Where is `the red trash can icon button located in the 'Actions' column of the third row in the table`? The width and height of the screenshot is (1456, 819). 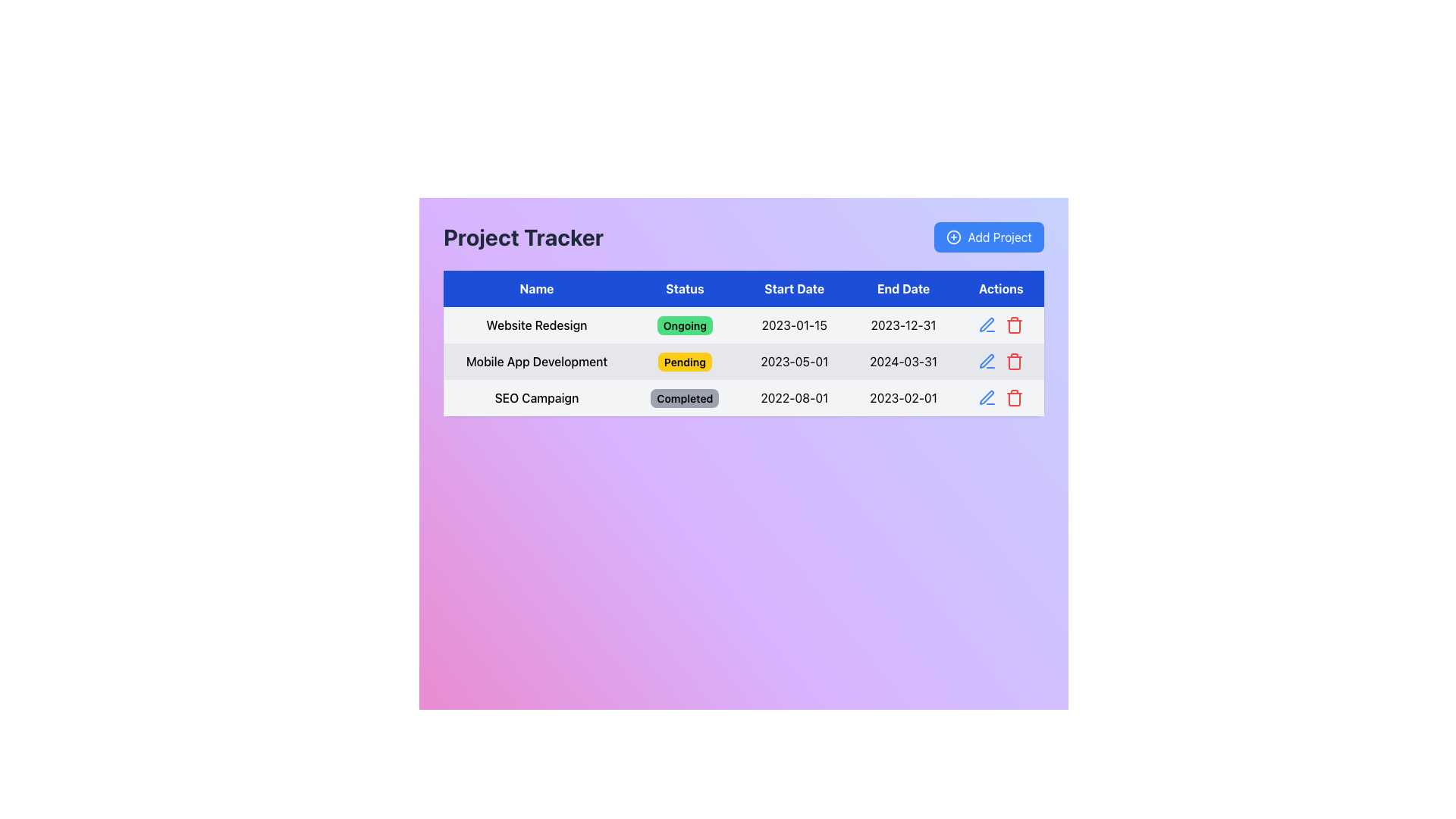 the red trash can icon button located in the 'Actions' column of the third row in the table is located at coordinates (1015, 362).